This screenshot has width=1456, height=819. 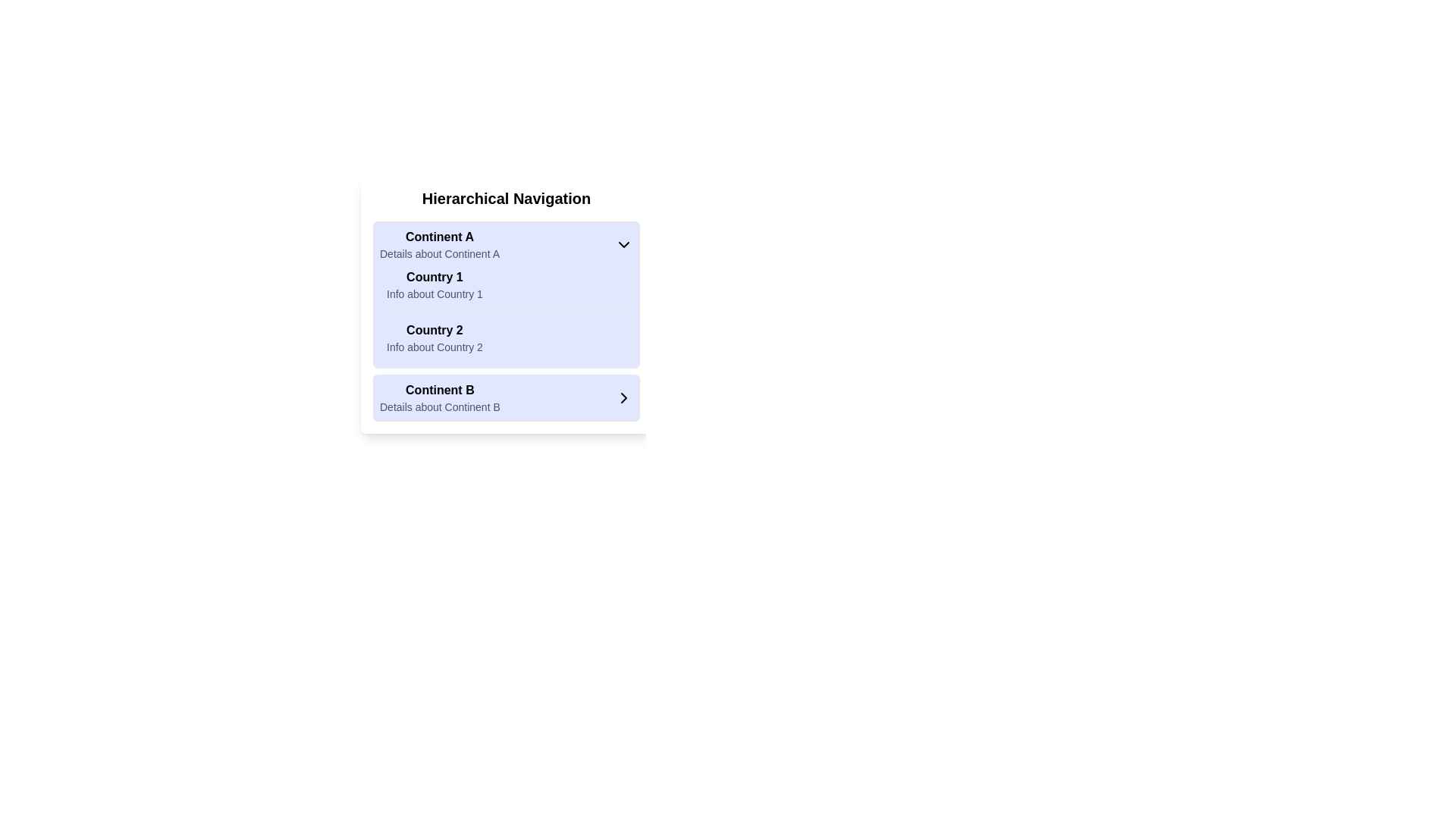 I want to click on text displayed in the second item under the 'Continent A' section of the hierarchical navigation menu, which contains the name of a country and its description, so click(x=434, y=337).